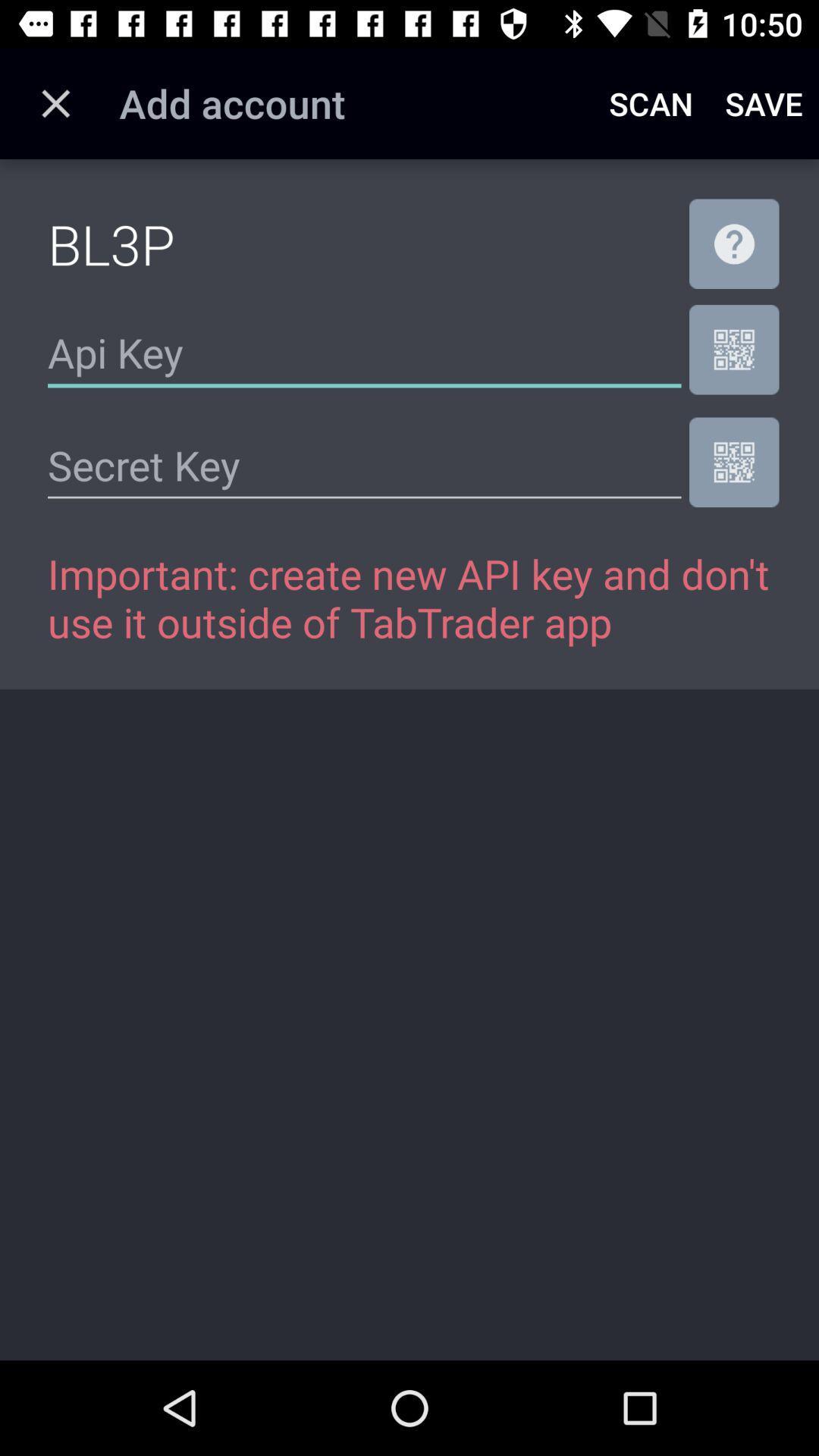 Image resolution: width=819 pixels, height=1456 pixels. Describe the element at coordinates (764, 102) in the screenshot. I see `the item to the right of the scan icon` at that location.